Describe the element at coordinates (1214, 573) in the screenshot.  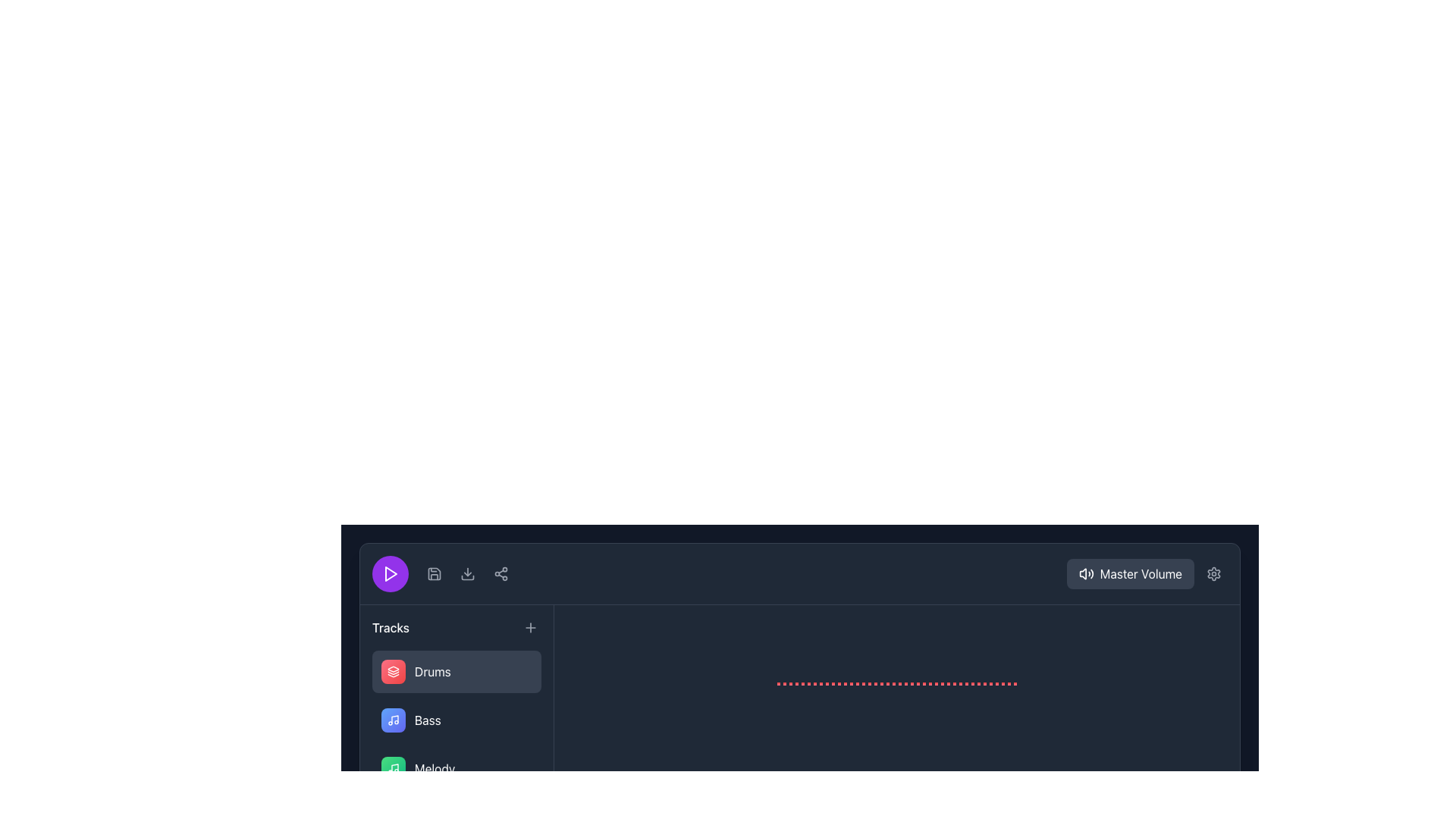
I see `the gear-shaped icon button located adjacent to the 'Master Volume' button` at that location.